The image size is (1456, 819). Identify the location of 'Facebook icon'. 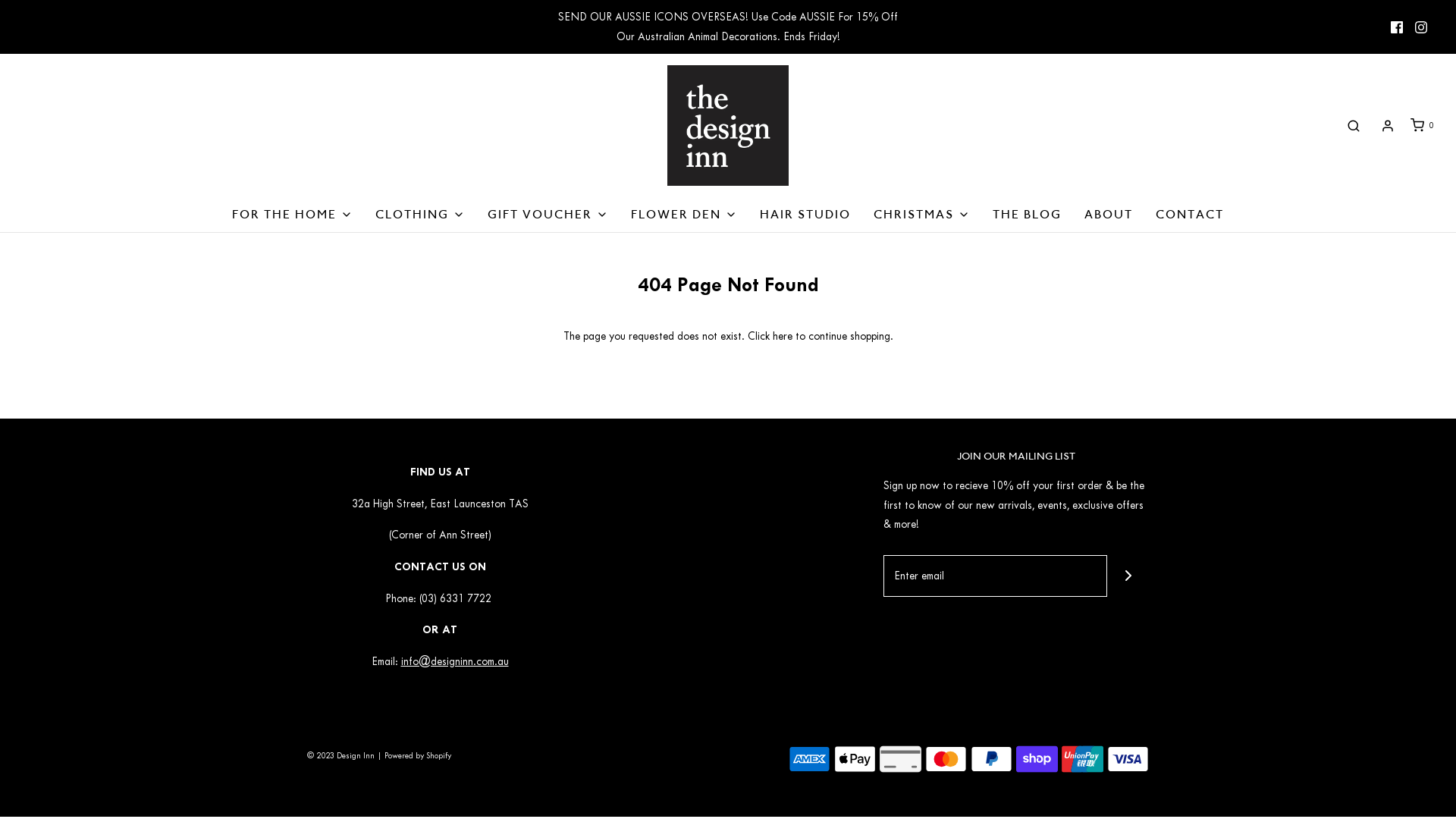
(1396, 27).